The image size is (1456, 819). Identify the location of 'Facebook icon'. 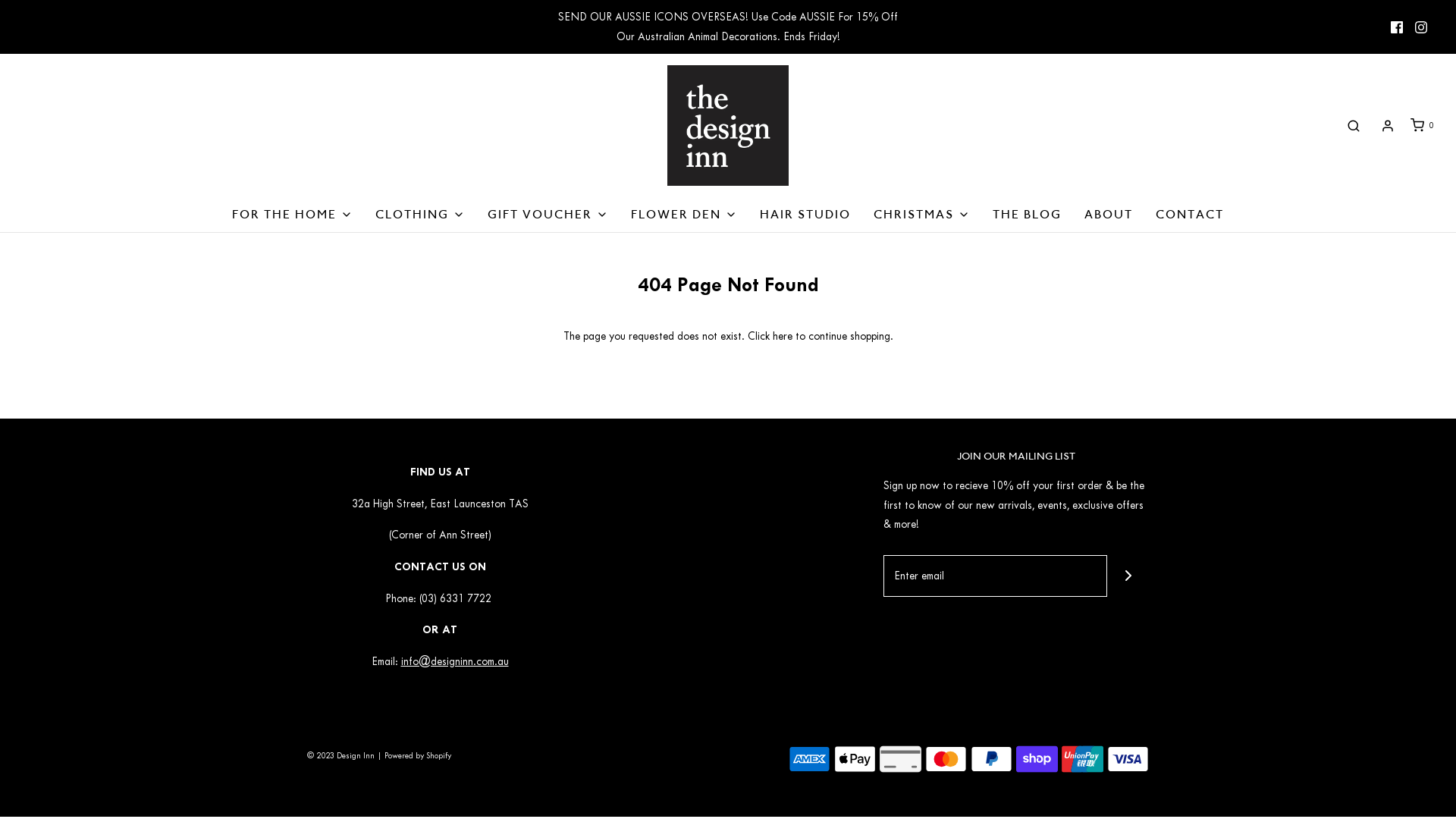
(1396, 27).